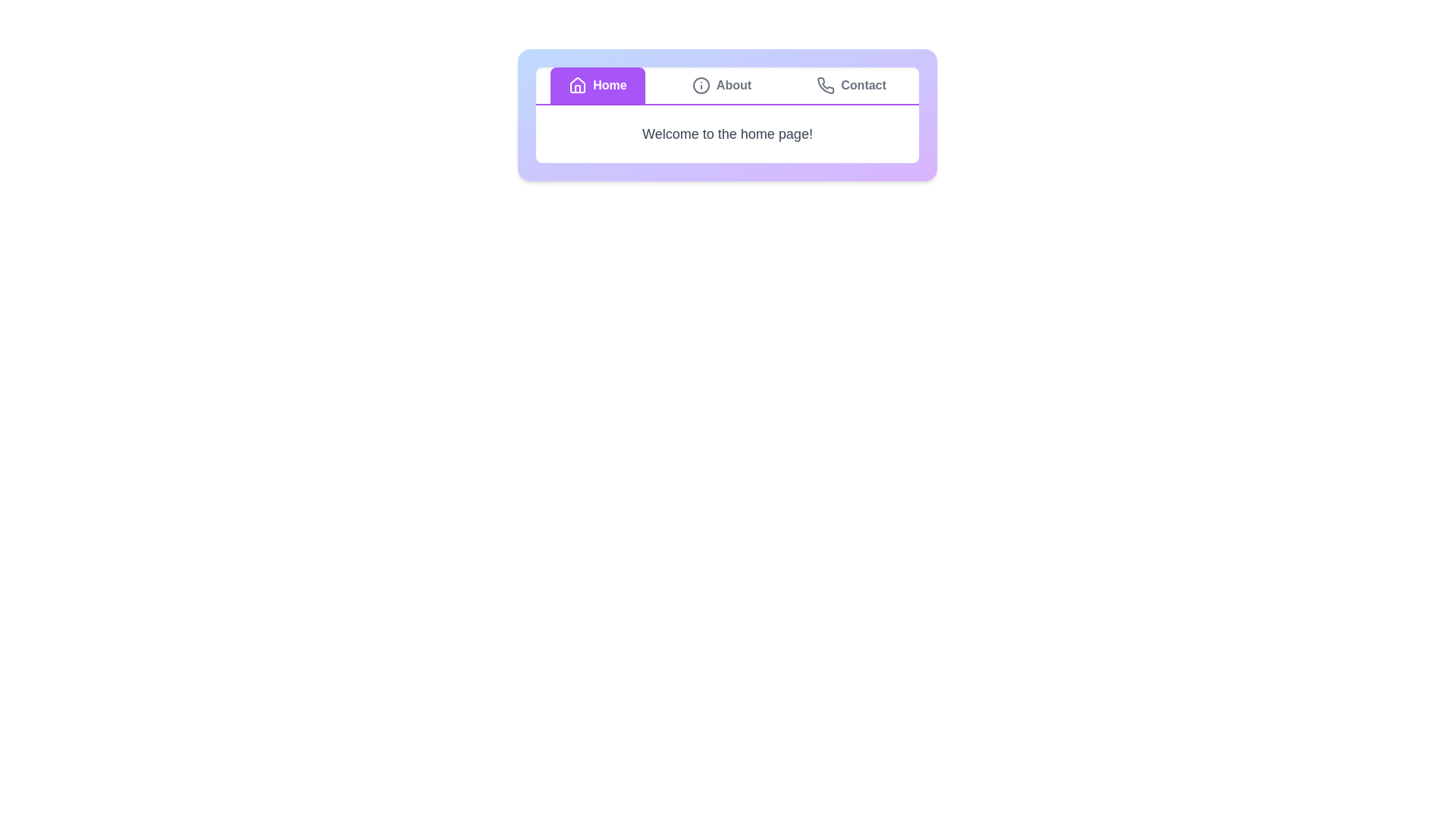 This screenshot has width=1456, height=819. I want to click on the About tab by clicking on it, so click(720, 85).